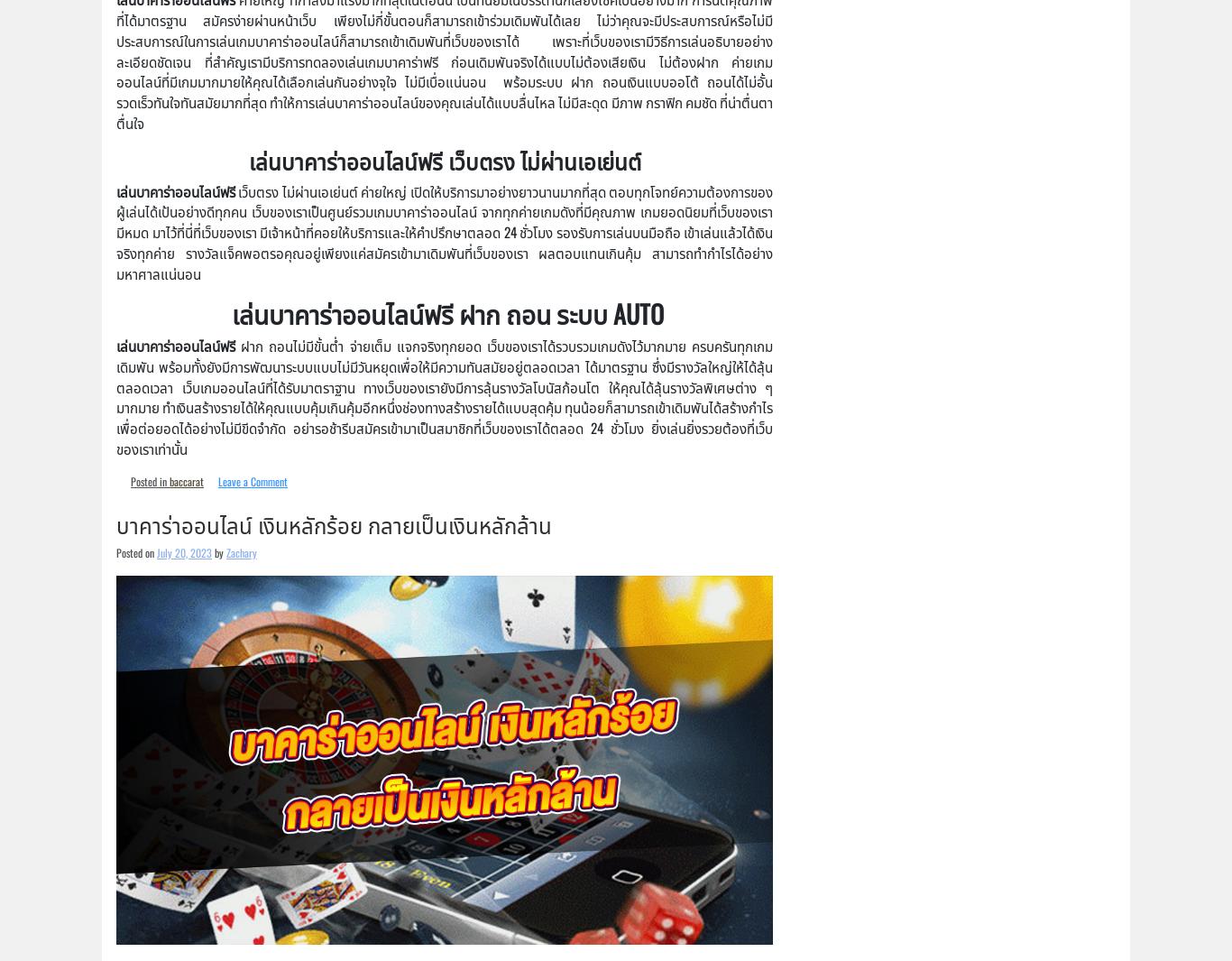 The width and height of the screenshot is (1232, 961). I want to click on 'Leave a Comment', so click(253, 479).